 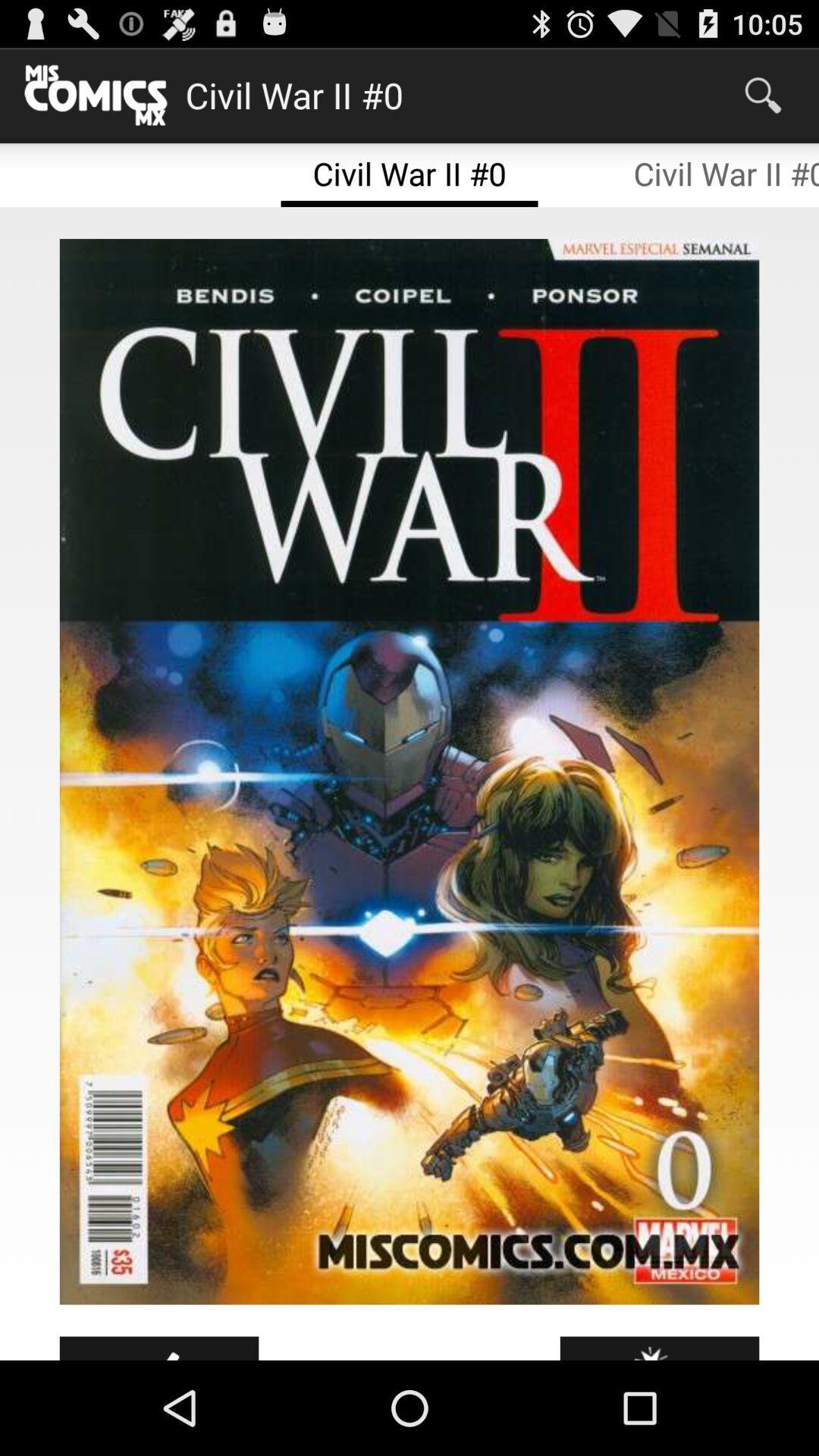 I want to click on icon at the bottom right corner, so click(x=659, y=1348).